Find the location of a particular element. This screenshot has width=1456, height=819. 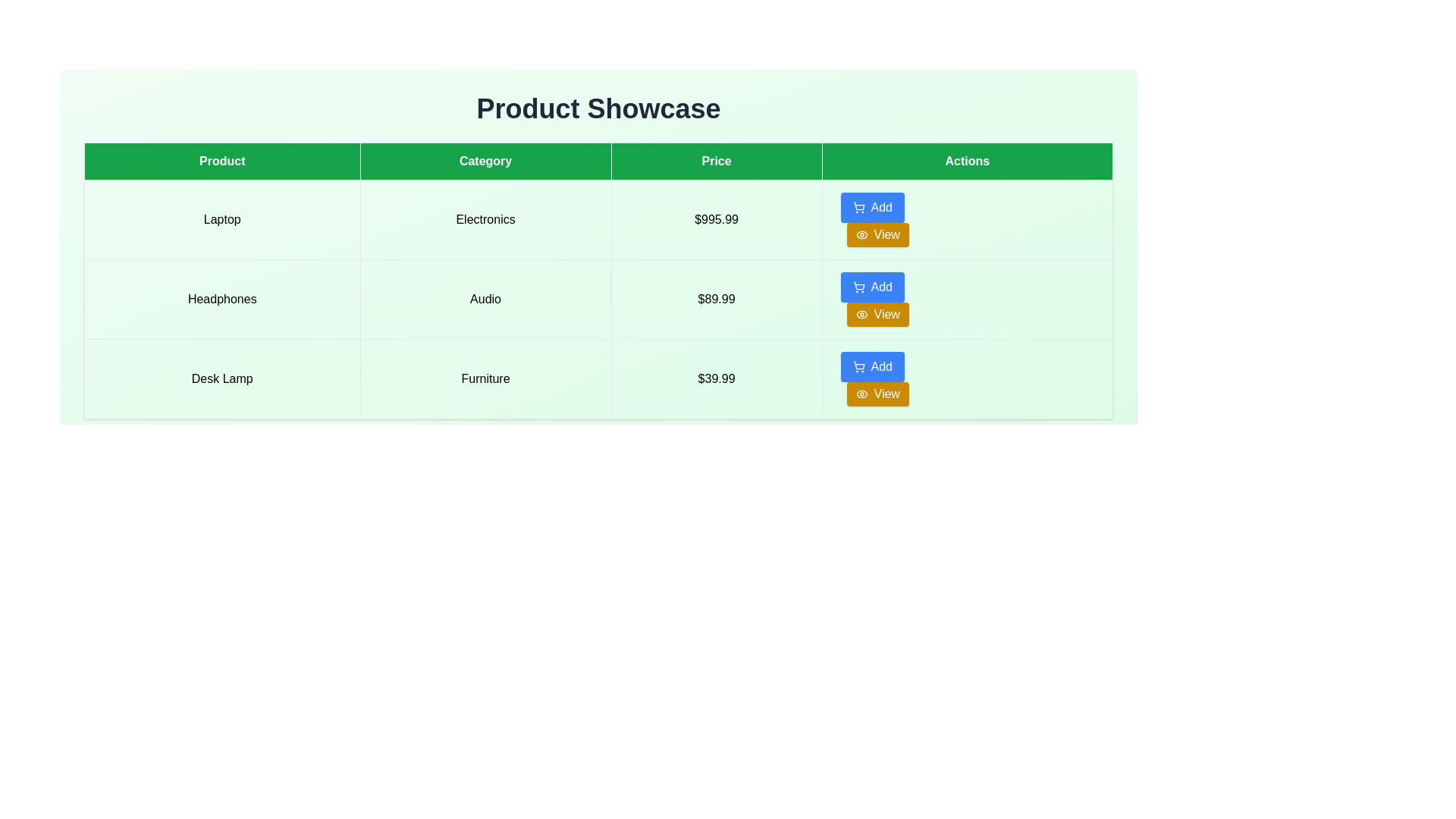

the shopping cart icon within the 'Add' button in the last row of the table associated with the 'Desk Lamp' product is located at coordinates (858, 366).